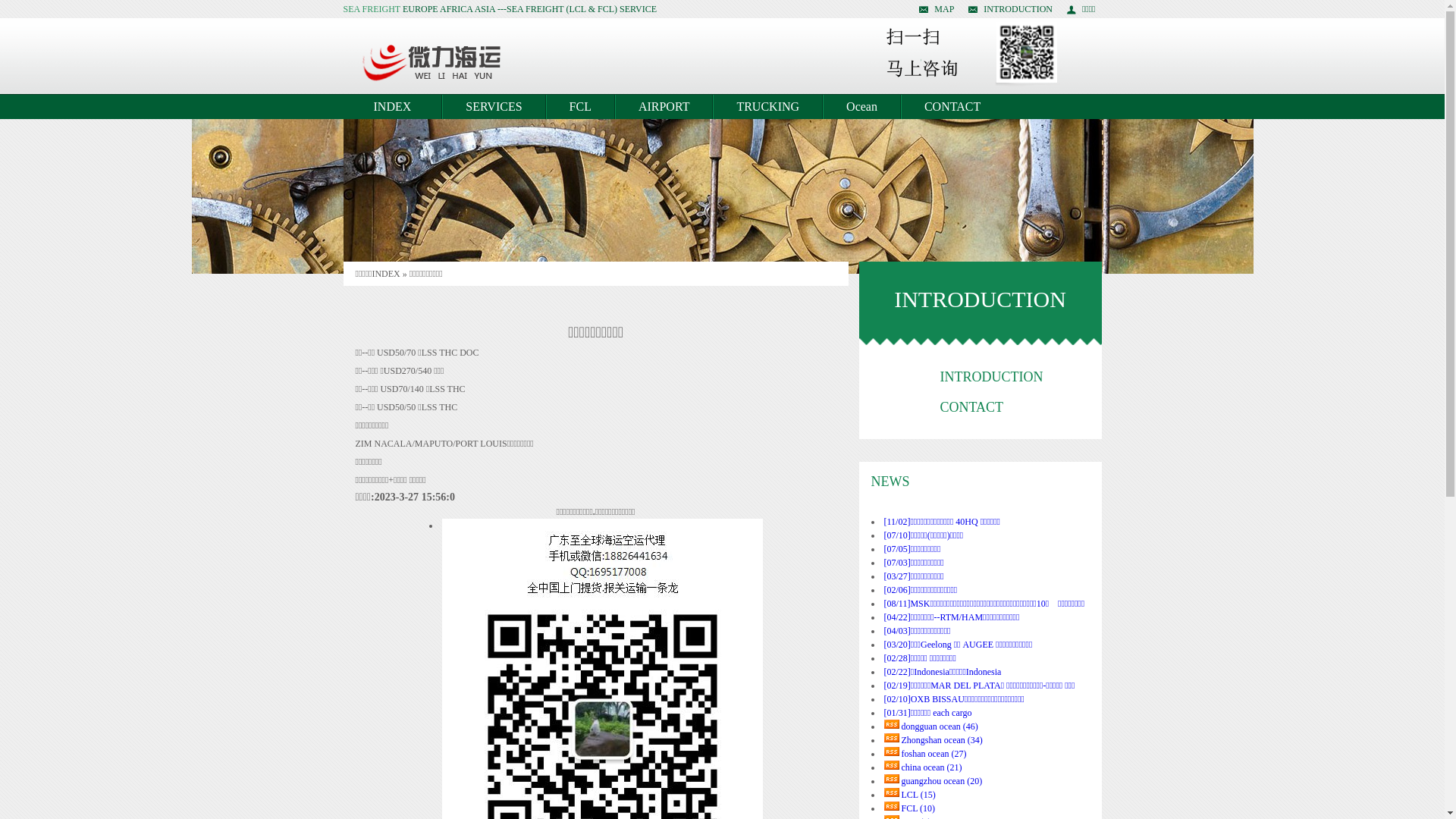 This screenshot has width=1456, height=819. Describe the element at coordinates (901, 794) in the screenshot. I see `'LCL (15)'` at that location.